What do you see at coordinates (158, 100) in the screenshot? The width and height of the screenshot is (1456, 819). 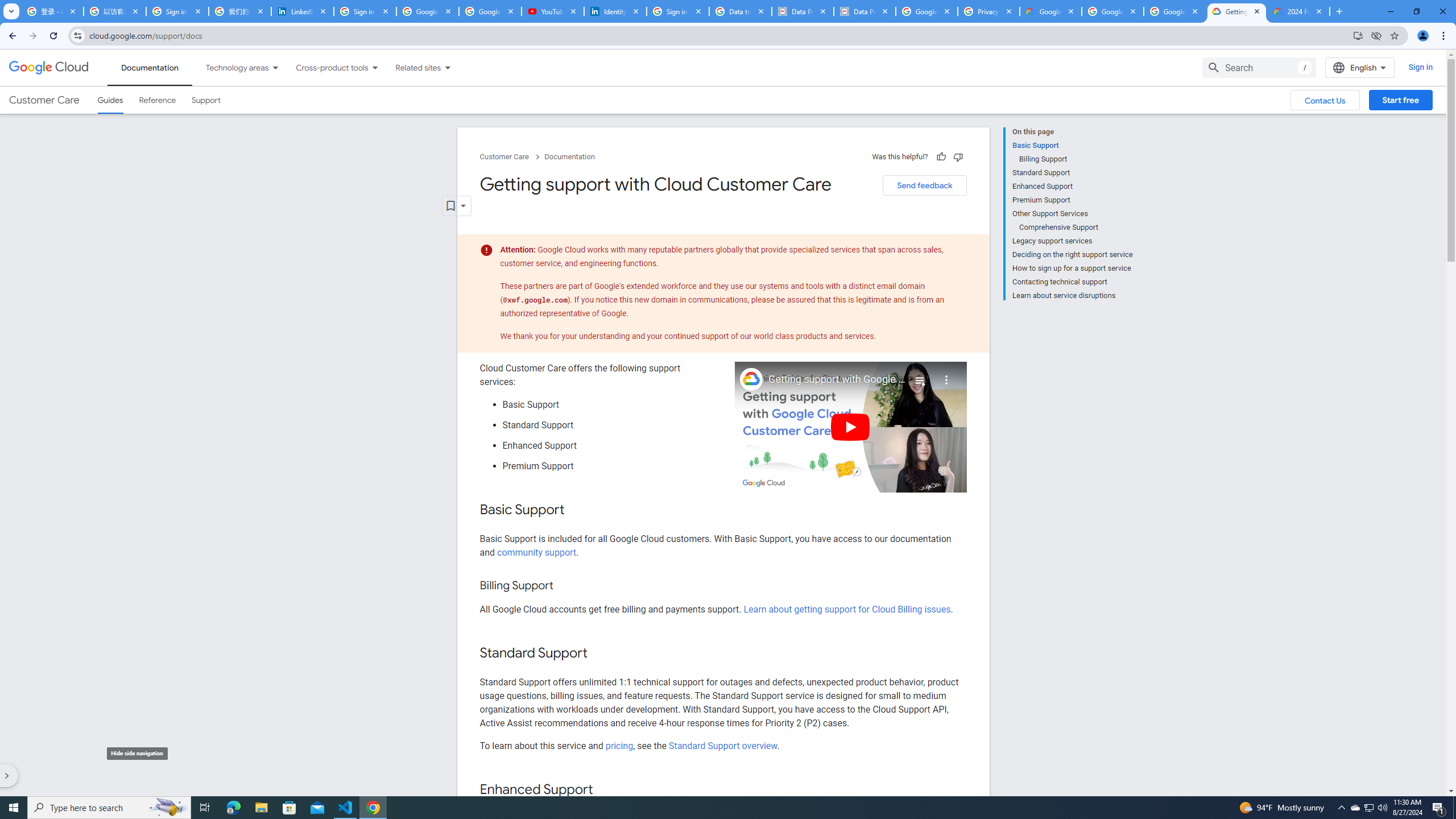 I see `'Reference'` at bounding box center [158, 100].